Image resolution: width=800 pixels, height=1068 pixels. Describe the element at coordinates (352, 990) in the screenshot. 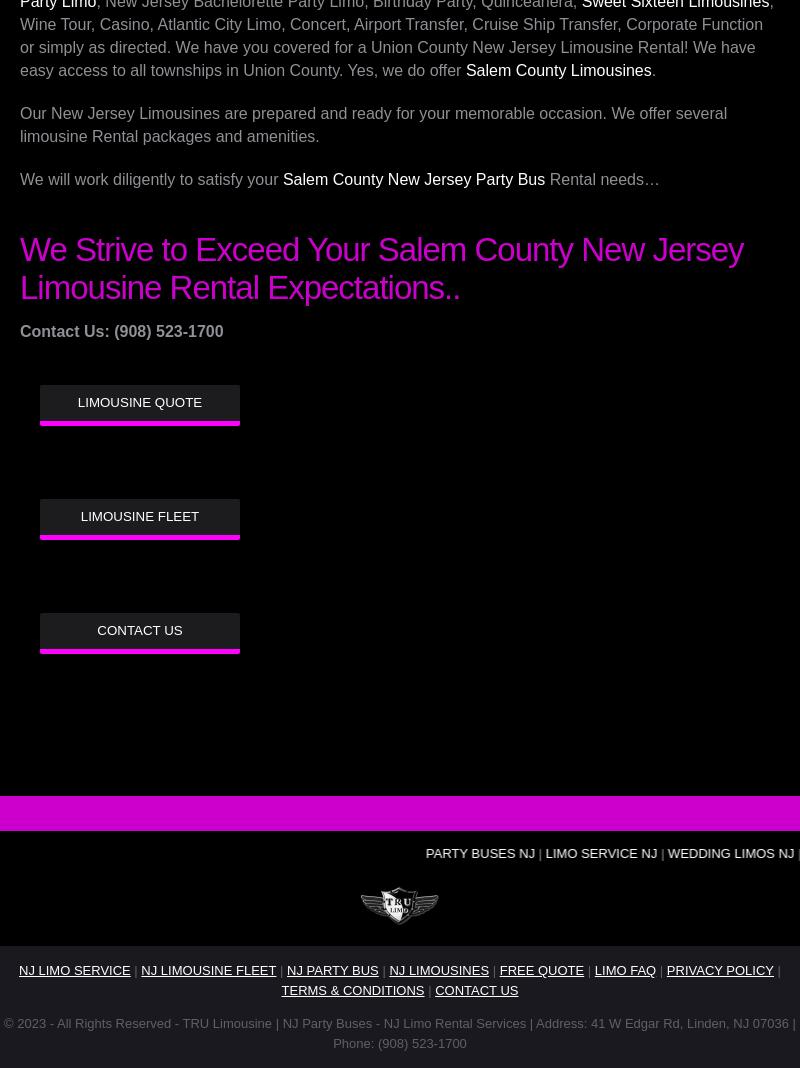

I see `'TERMS & CONDITIONS'` at that location.